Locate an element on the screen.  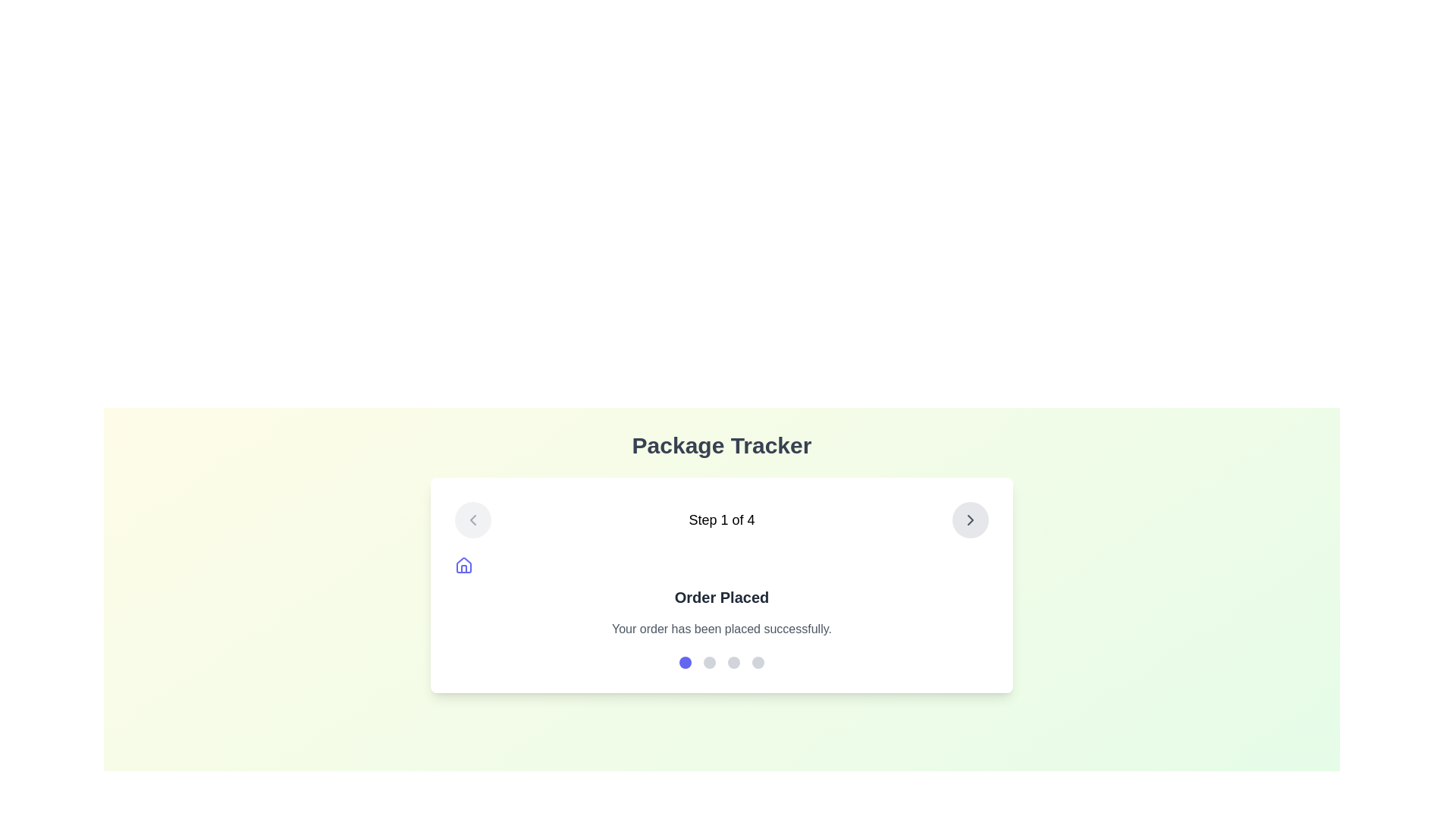
the second circular step indicator in the multi-step process tracker below the 'Order Placed' text is located at coordinates (709, 662).